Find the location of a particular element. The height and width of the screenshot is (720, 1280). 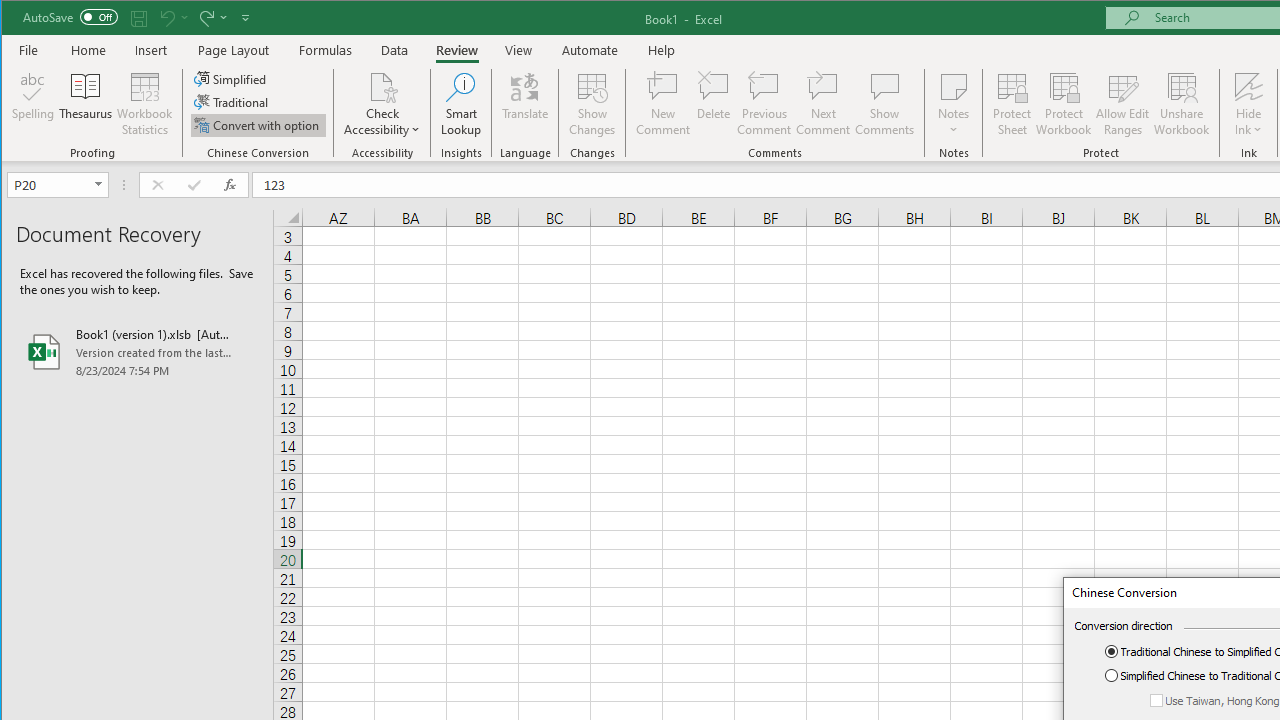

'Book1 (version 1).xlsb  [AutoRecovered]' is located at coordinates (136, 351).